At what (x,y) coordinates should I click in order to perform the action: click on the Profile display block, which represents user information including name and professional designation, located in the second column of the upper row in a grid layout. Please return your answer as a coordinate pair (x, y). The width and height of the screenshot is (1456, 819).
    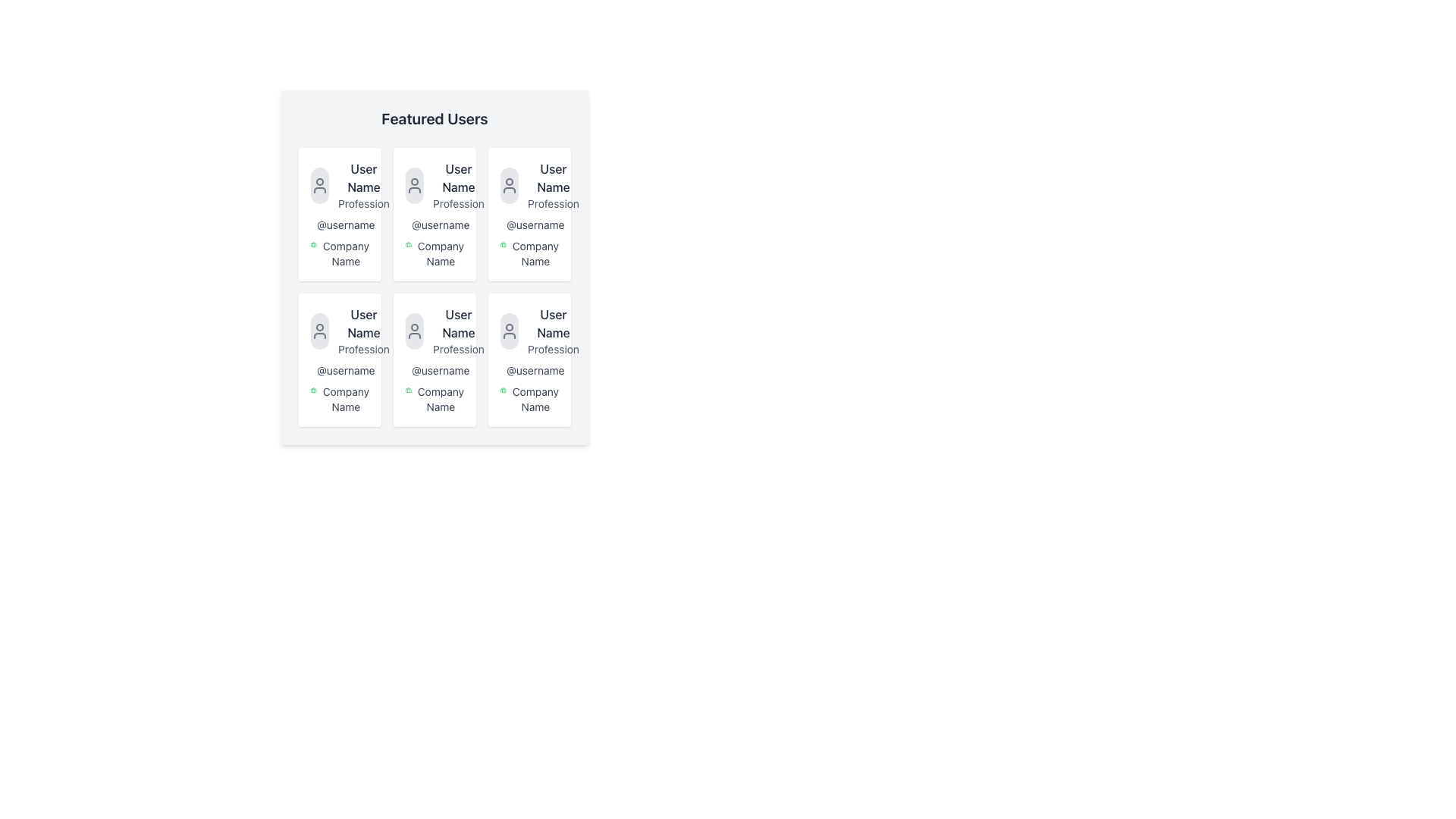
    Looking at the image, I should click on (434, 185).